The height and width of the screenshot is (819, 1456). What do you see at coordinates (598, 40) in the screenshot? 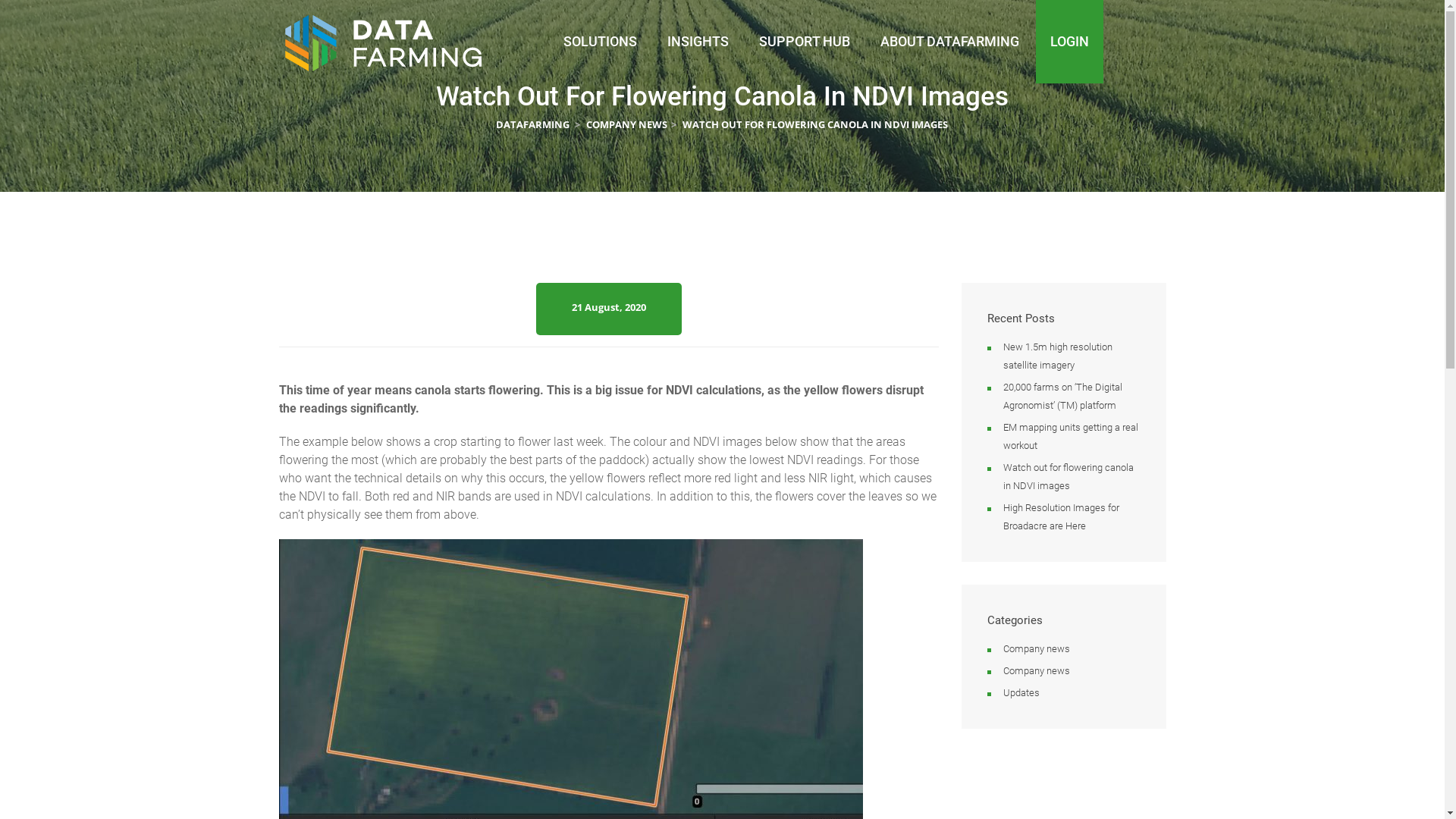
I see `'SOLUTIONS'` at bounding box center [598, 40].